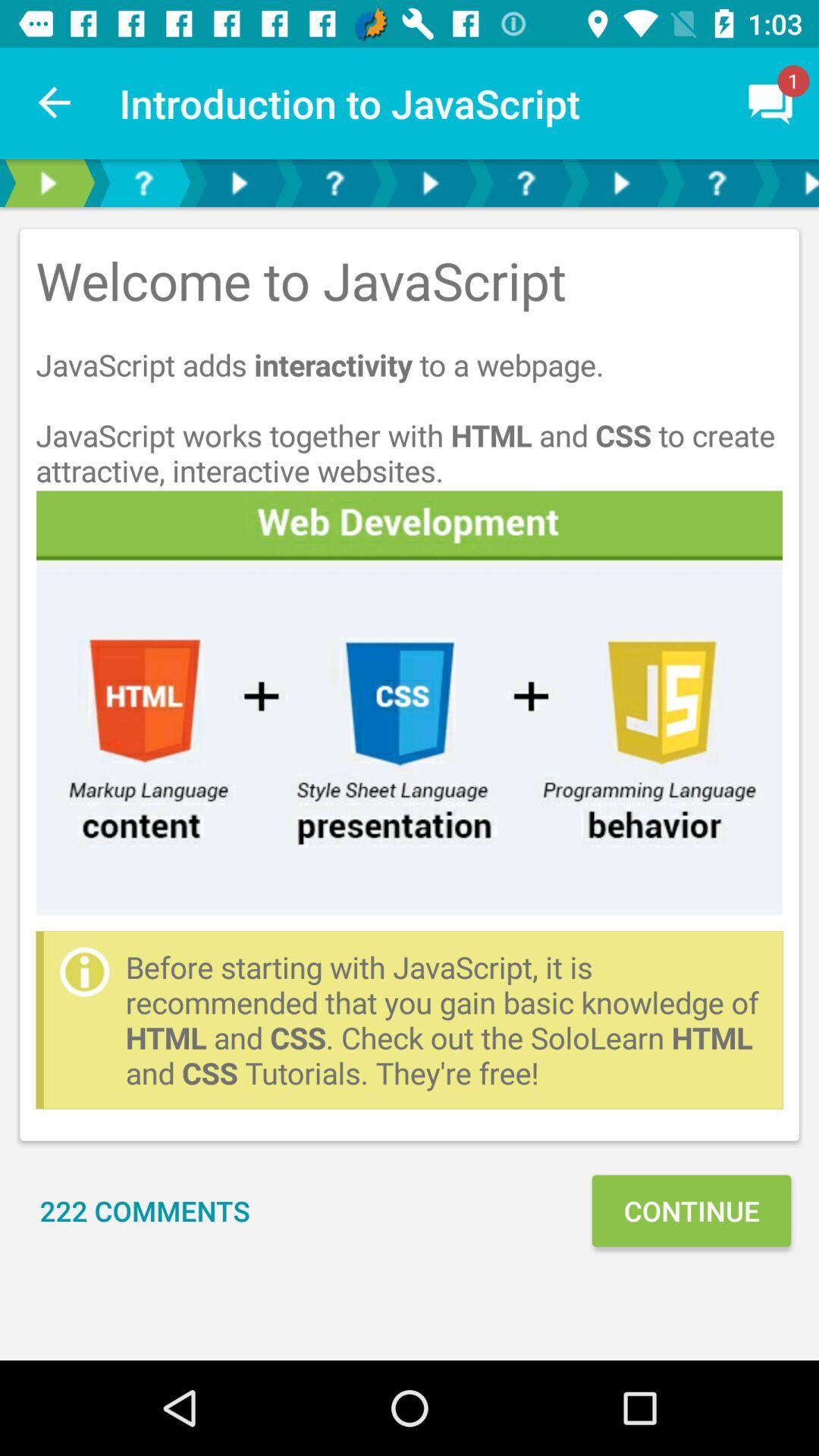 The height and width of the screenshot is (1456, 819). Describe the element at coordinates (717, 182) in the screenshot. I see `the help icon` at that location.